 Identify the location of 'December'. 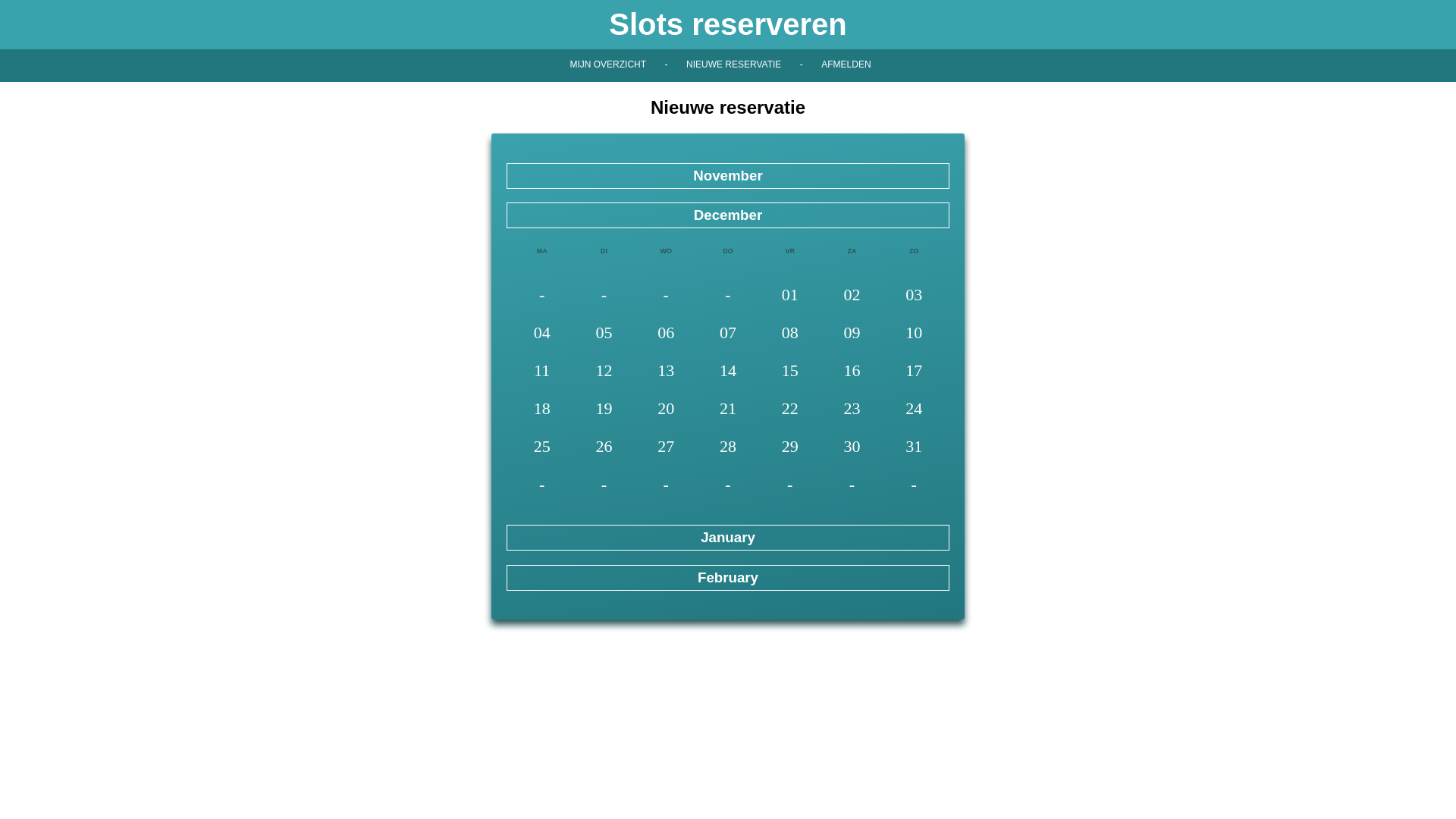
(728, 215).